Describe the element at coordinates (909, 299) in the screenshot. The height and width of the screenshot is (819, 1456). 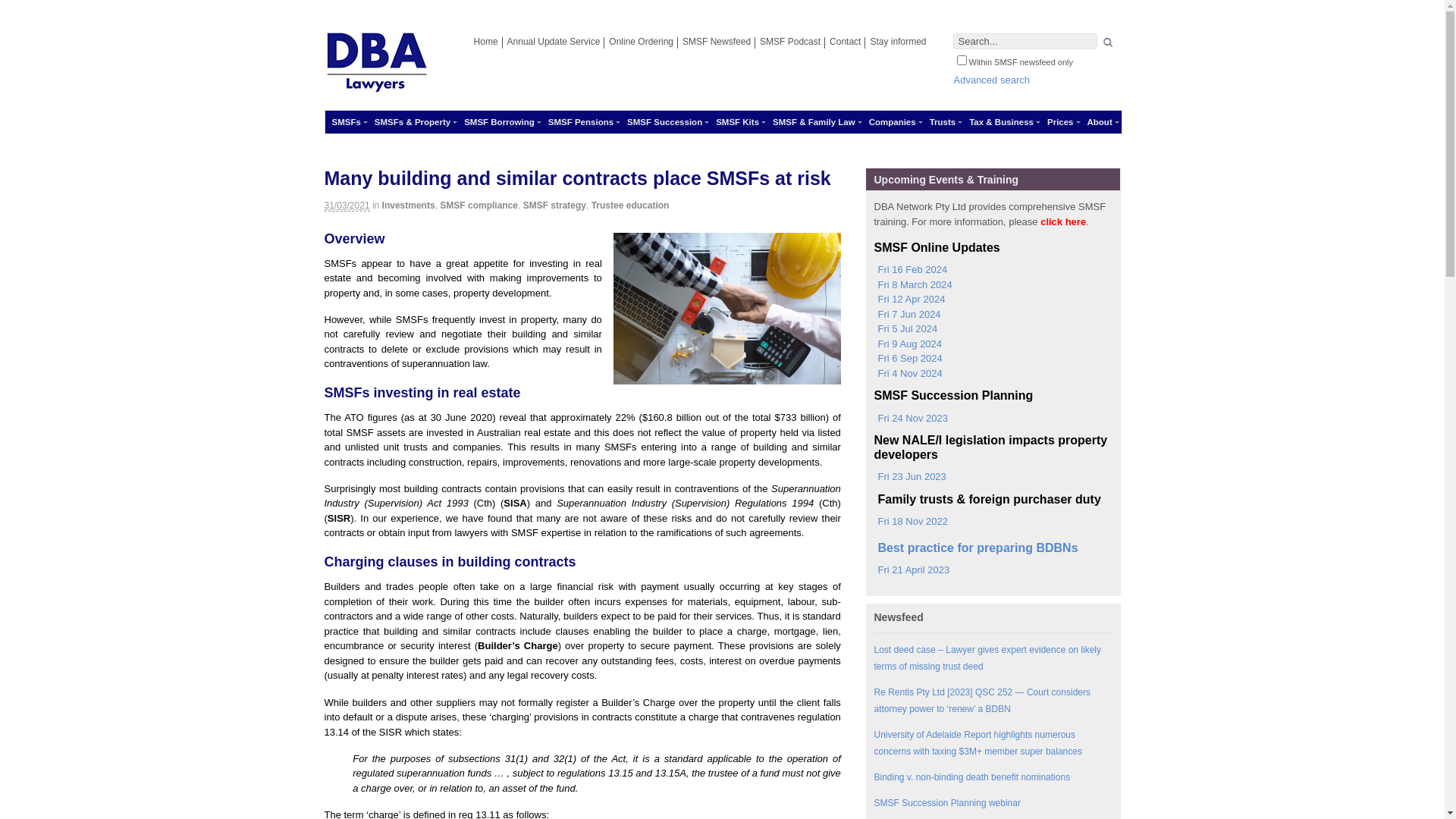
I see `'Fri 12 Apr 2024'` at that location.